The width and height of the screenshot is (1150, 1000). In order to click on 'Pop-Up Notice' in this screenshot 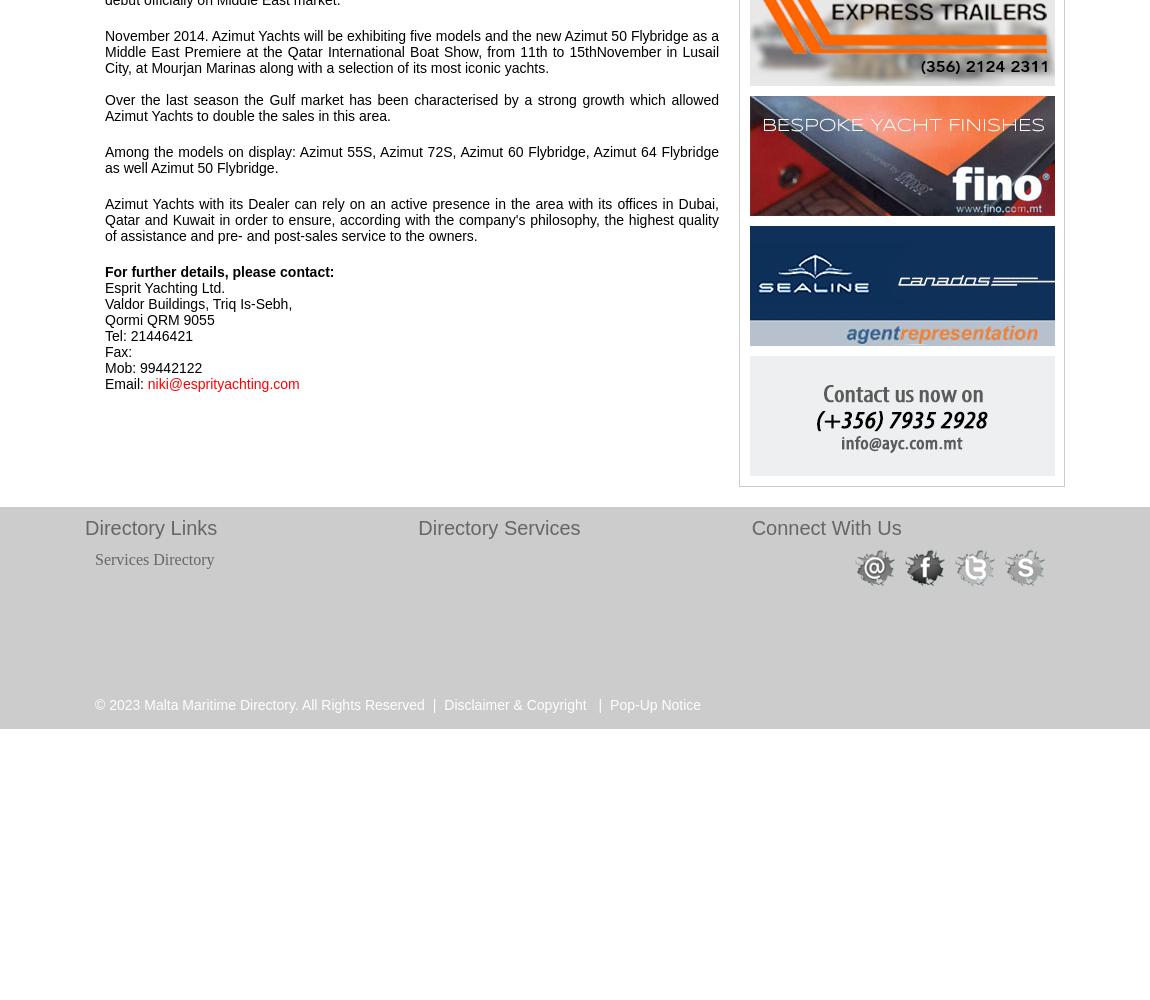, I will do `click(608, 704)`.